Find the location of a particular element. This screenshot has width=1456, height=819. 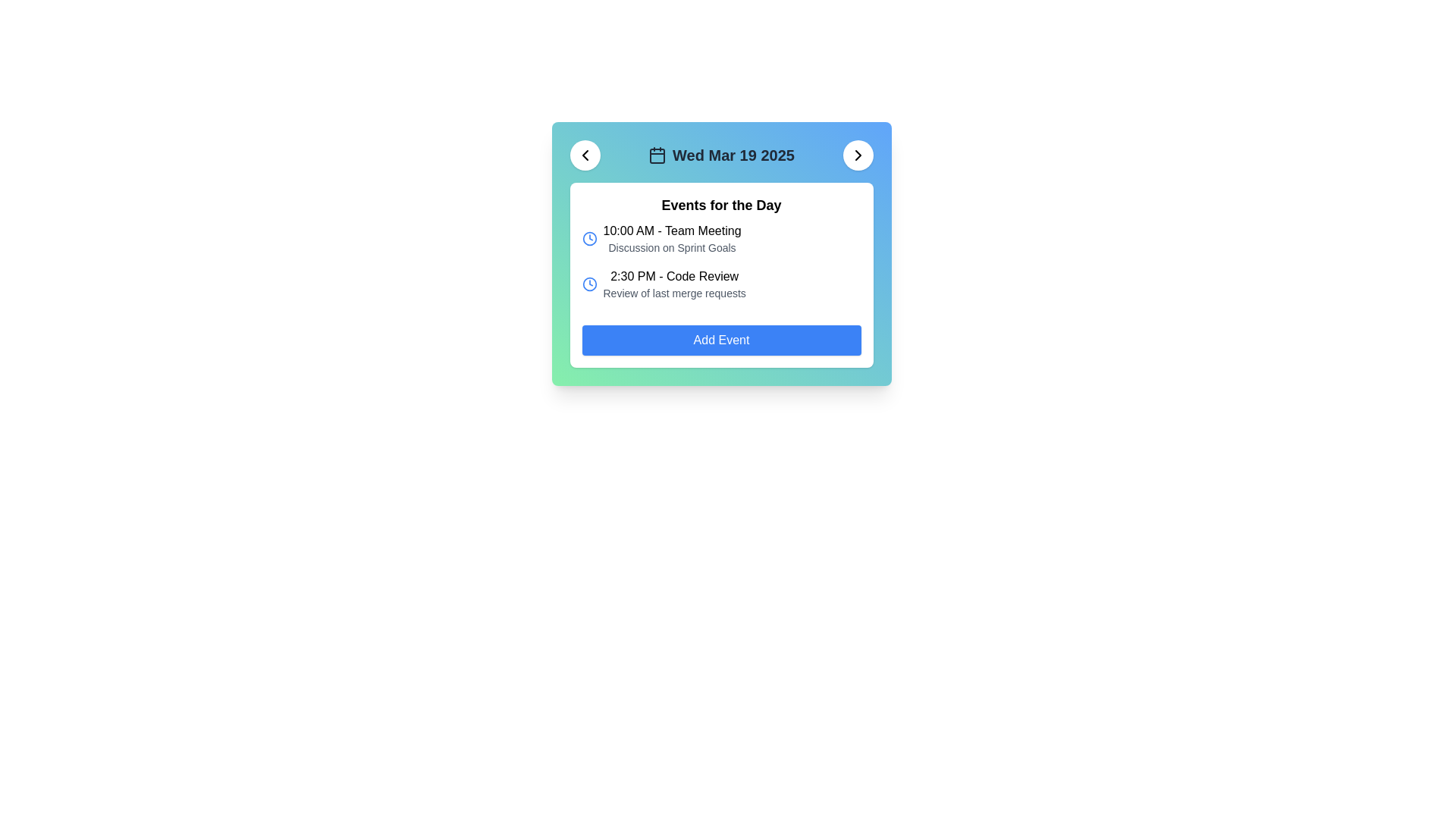

the button located at the bottom of the event schedule card to initiate the 'Add Event' function is located at coordinates (720, 339).